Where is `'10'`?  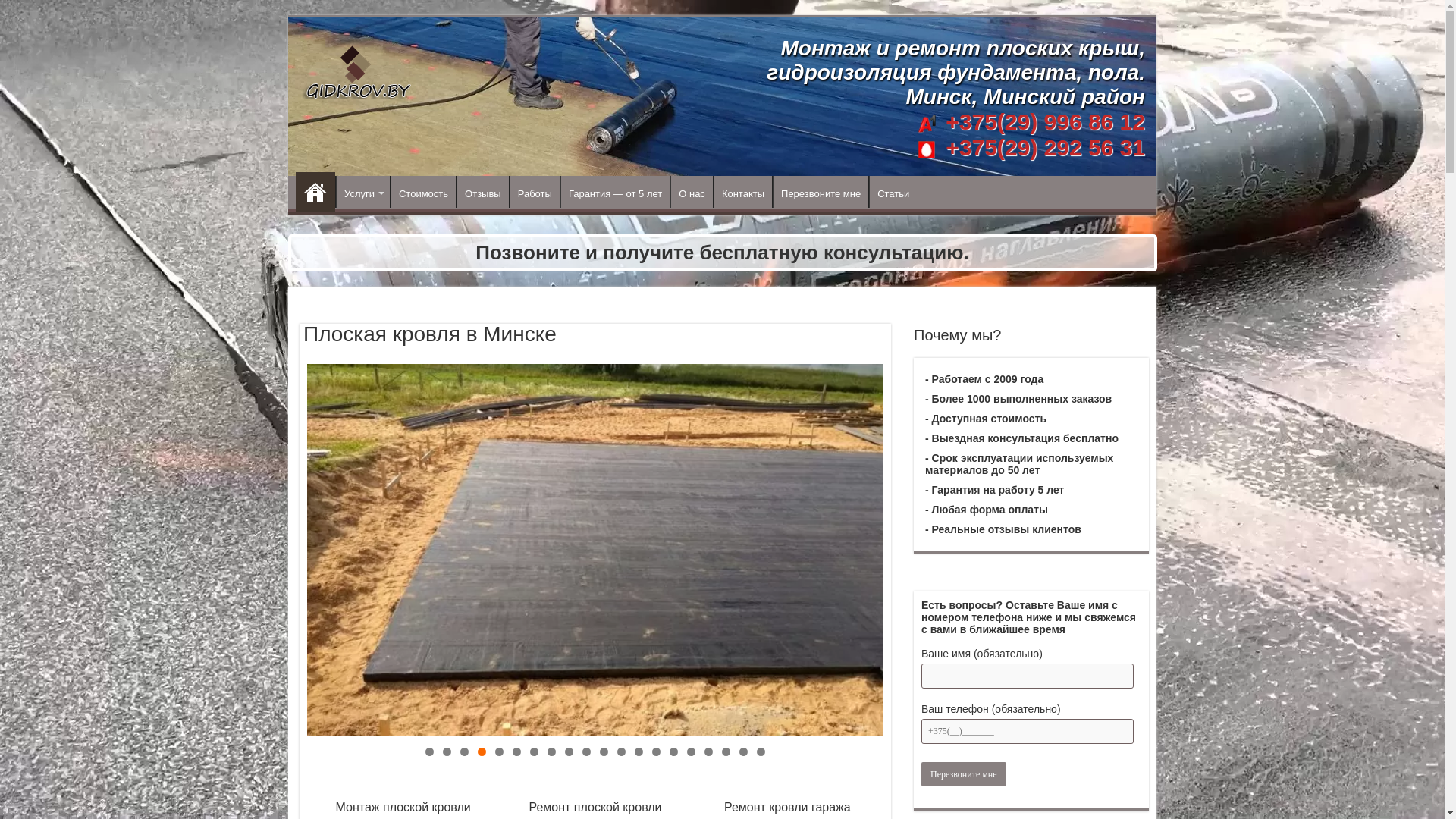 '10' is located at coordinates (585, 752).